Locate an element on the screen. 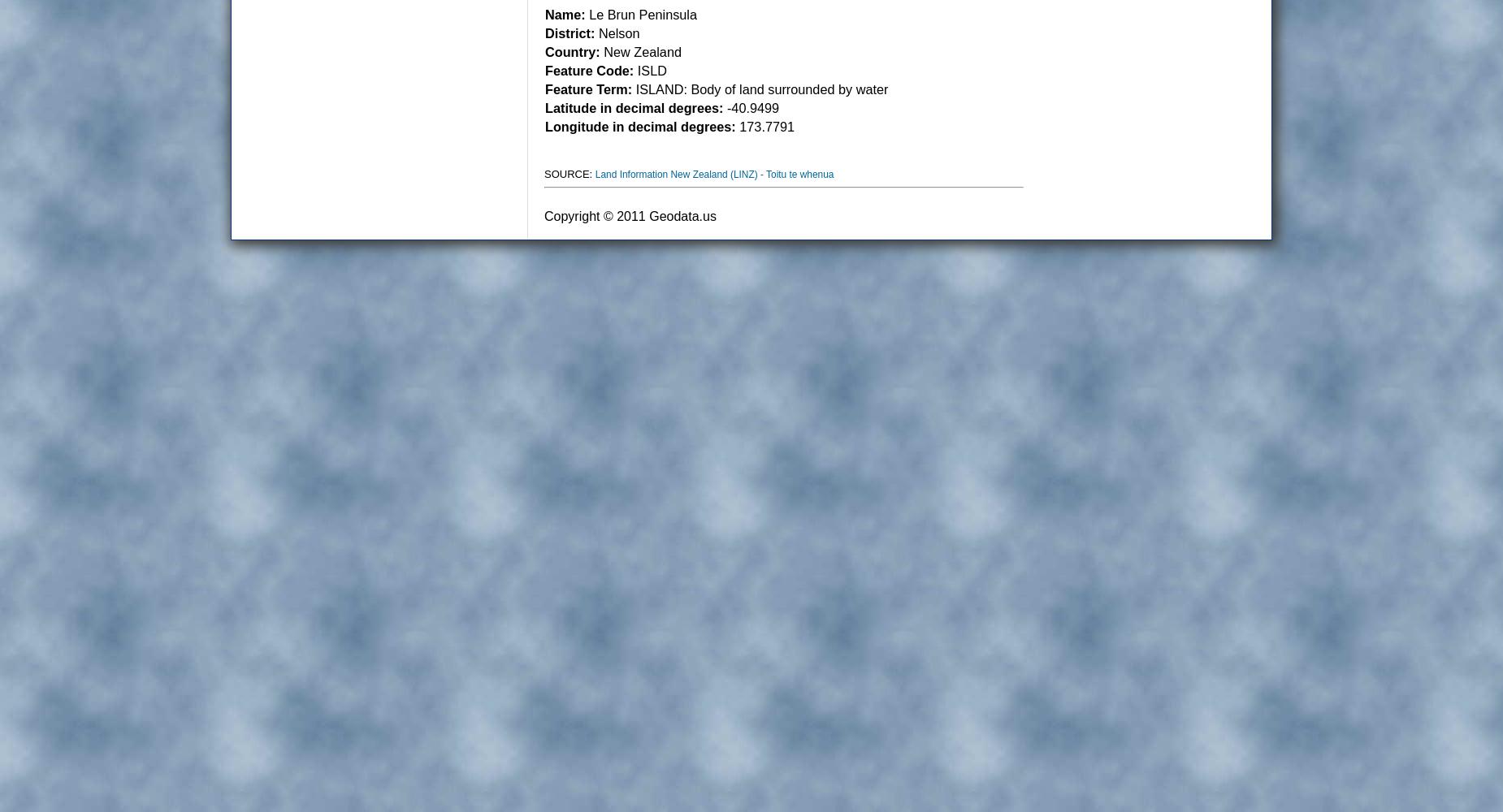  'Land Information New Zealand (LINZ) - Toitu te whenua' is located at coordinates (713, 174).